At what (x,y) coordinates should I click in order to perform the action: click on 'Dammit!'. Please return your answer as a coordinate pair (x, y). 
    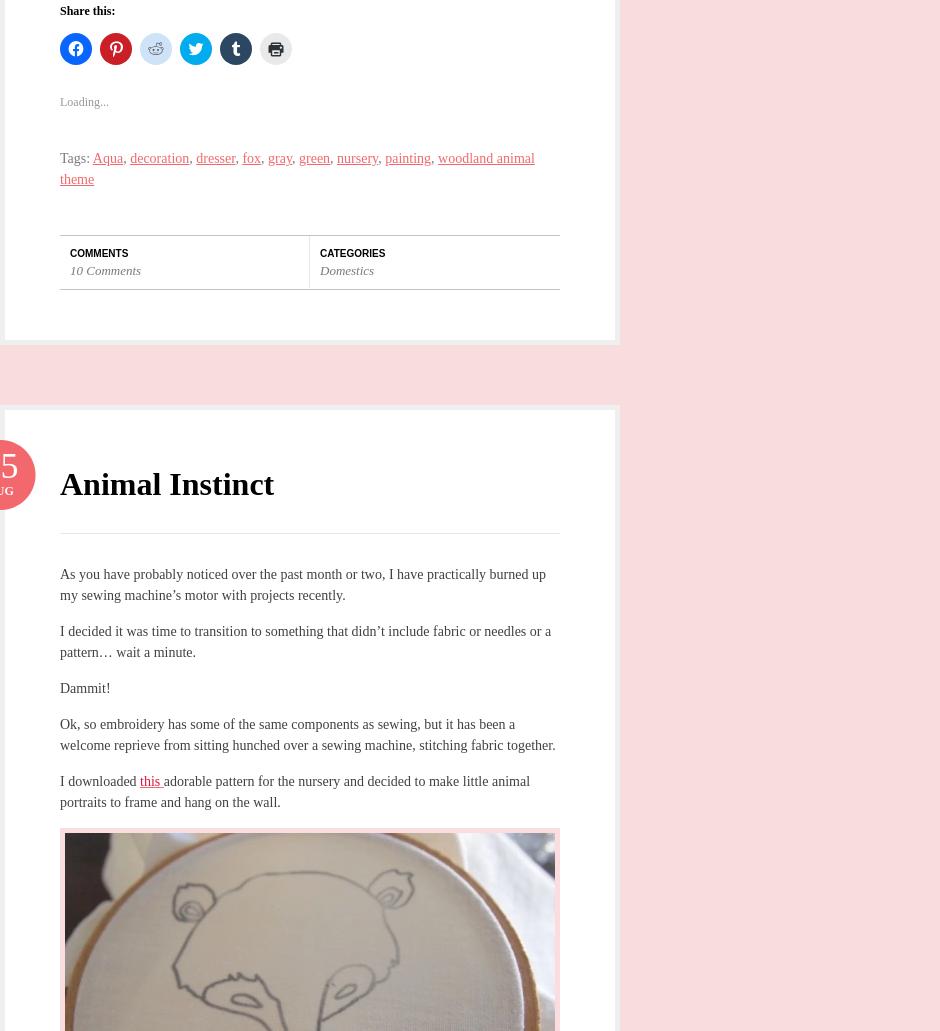
    Looking at the image, I should click on (84, 687).